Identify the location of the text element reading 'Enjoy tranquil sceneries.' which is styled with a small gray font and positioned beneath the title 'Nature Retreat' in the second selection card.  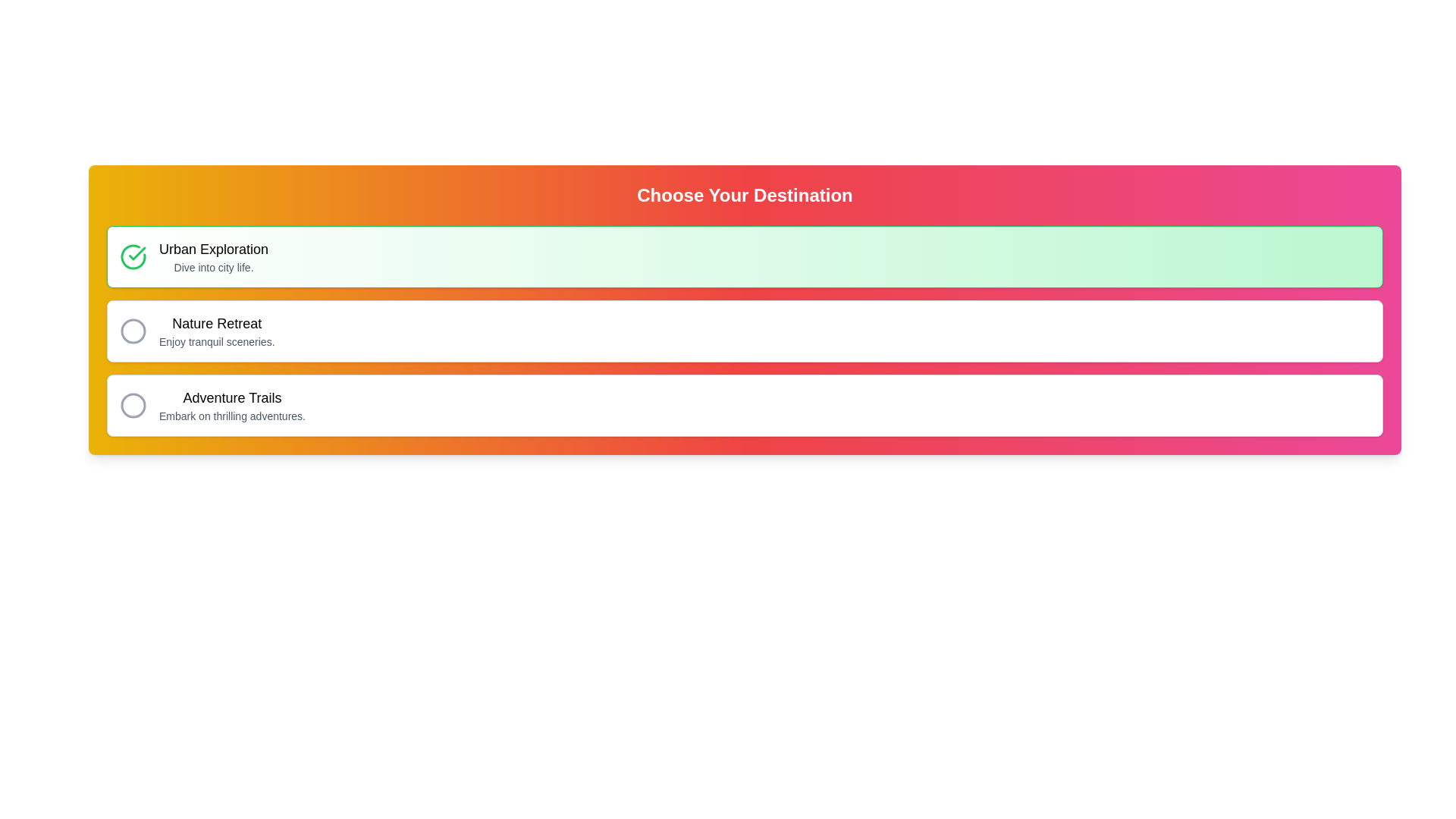
(216, 342).